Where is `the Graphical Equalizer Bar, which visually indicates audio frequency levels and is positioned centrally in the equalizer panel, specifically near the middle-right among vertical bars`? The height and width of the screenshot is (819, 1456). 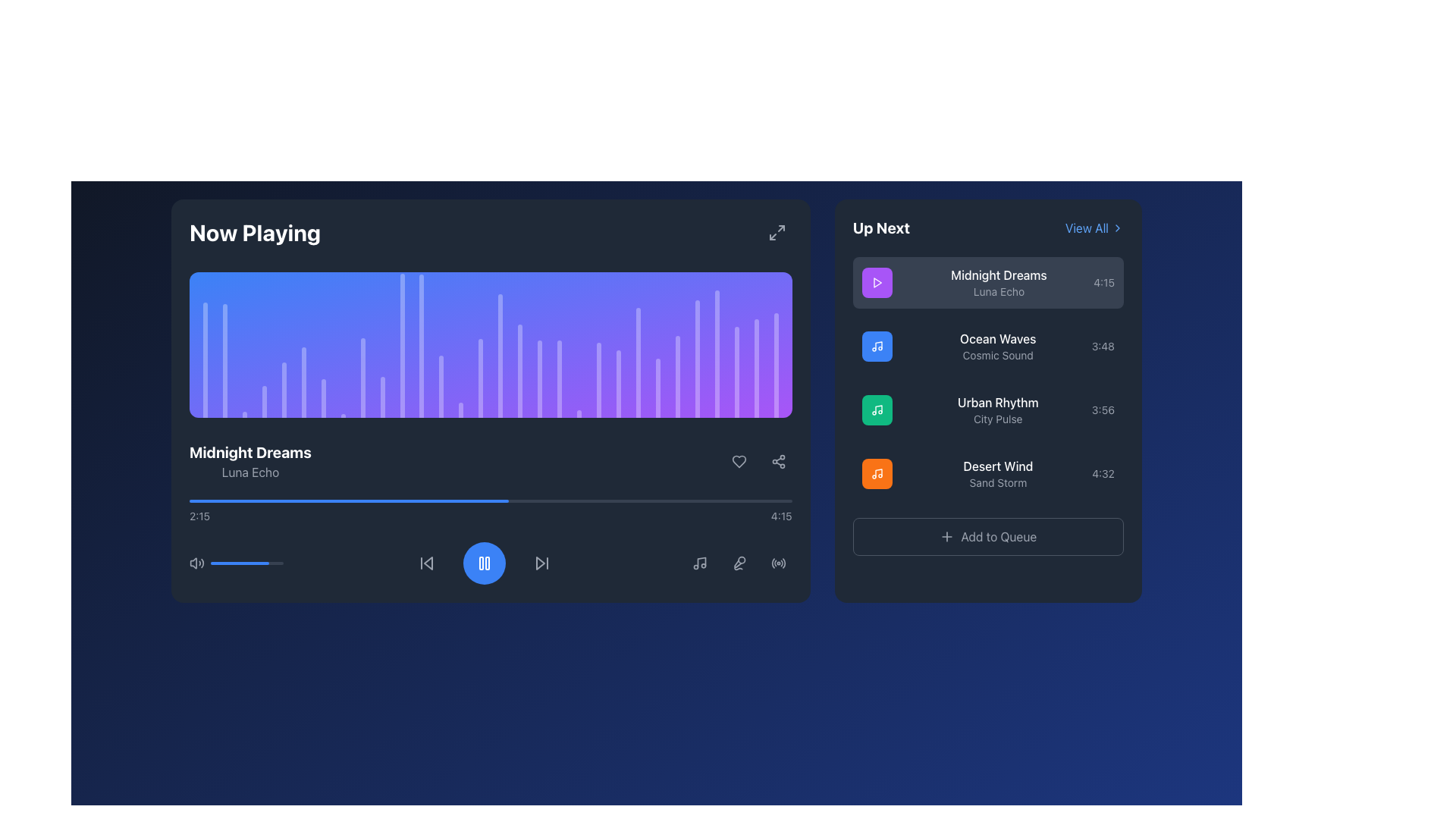
the Graphical Equalizer Bar, which visually indicates audio frequency levels and is positioned centrally in the equalizer panel, specifically near the middle-right among vertical bars is located at coordinates (657, 388).